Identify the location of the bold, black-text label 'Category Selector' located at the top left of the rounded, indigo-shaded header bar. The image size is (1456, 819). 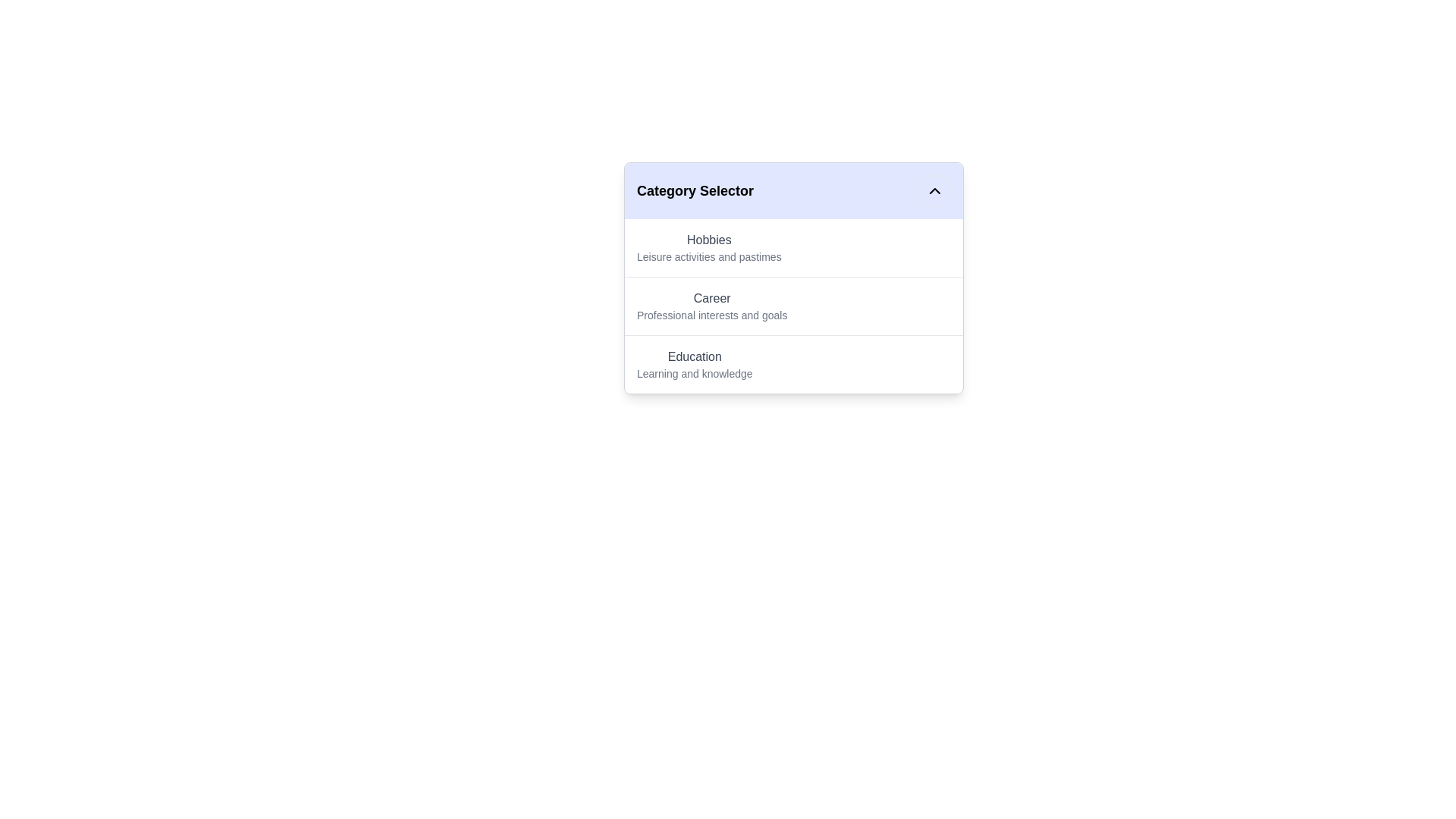
(694, 190).